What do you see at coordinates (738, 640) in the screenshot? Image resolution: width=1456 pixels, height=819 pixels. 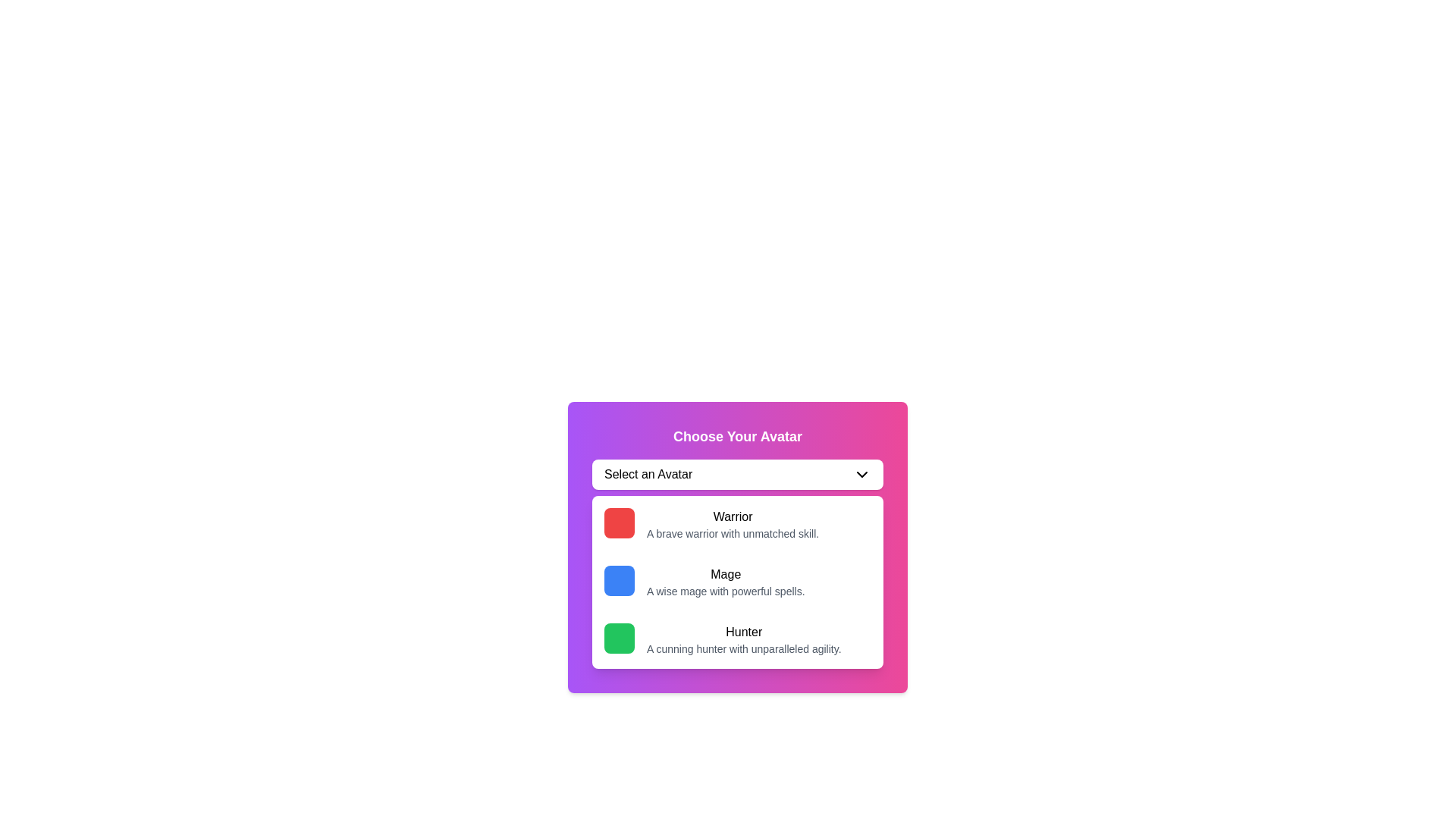 I see `the selectable list item labeled 'Hunter' which is the third item in a vertical list` at bounding box center [738, 640].